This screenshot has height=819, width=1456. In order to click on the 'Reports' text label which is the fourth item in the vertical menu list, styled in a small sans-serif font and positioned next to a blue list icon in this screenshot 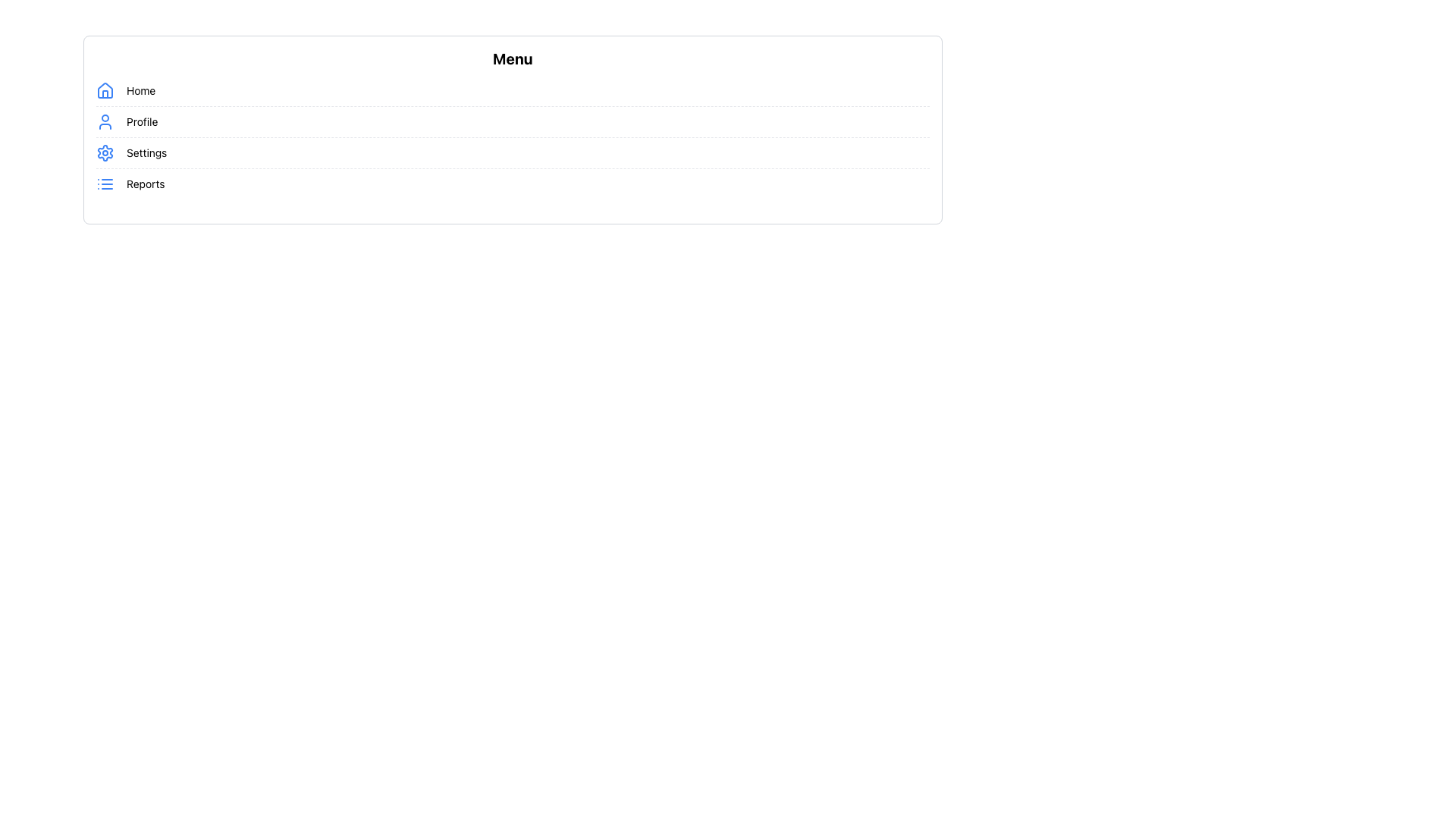, I will do `click(146, 184)`.